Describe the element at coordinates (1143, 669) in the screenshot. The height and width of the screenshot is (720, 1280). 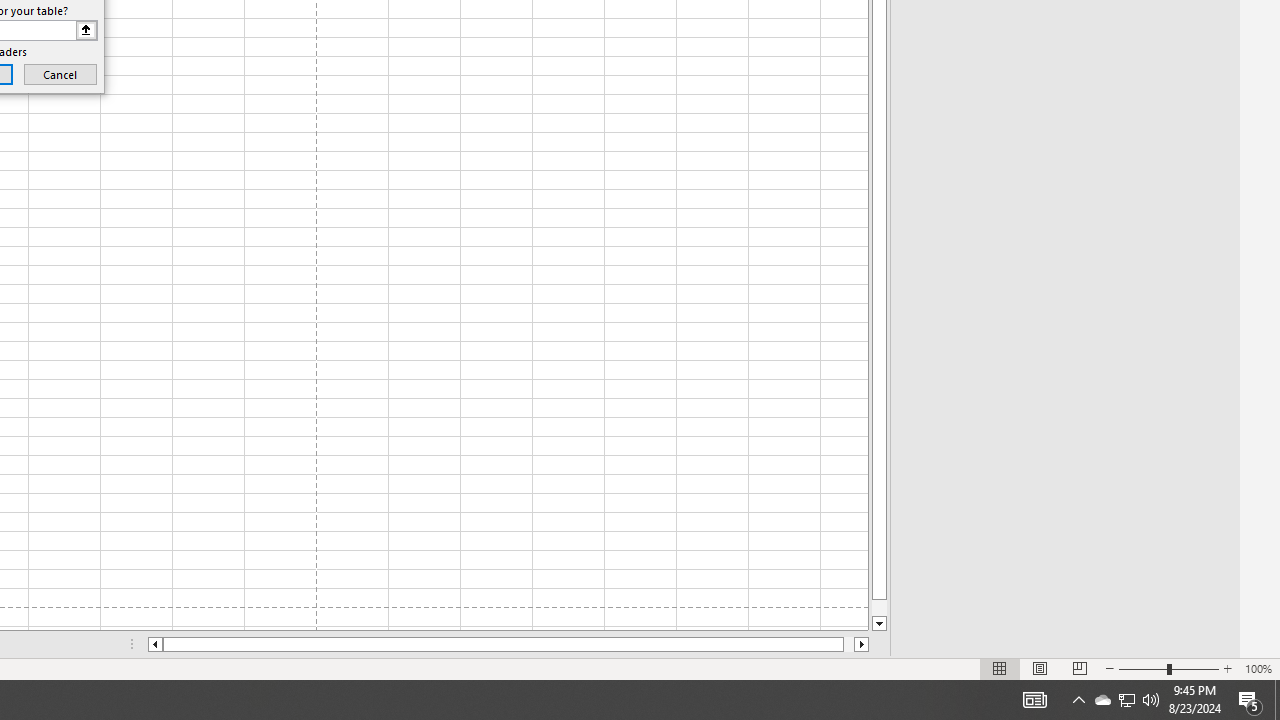
I see `'Zoom Out'` at that location.